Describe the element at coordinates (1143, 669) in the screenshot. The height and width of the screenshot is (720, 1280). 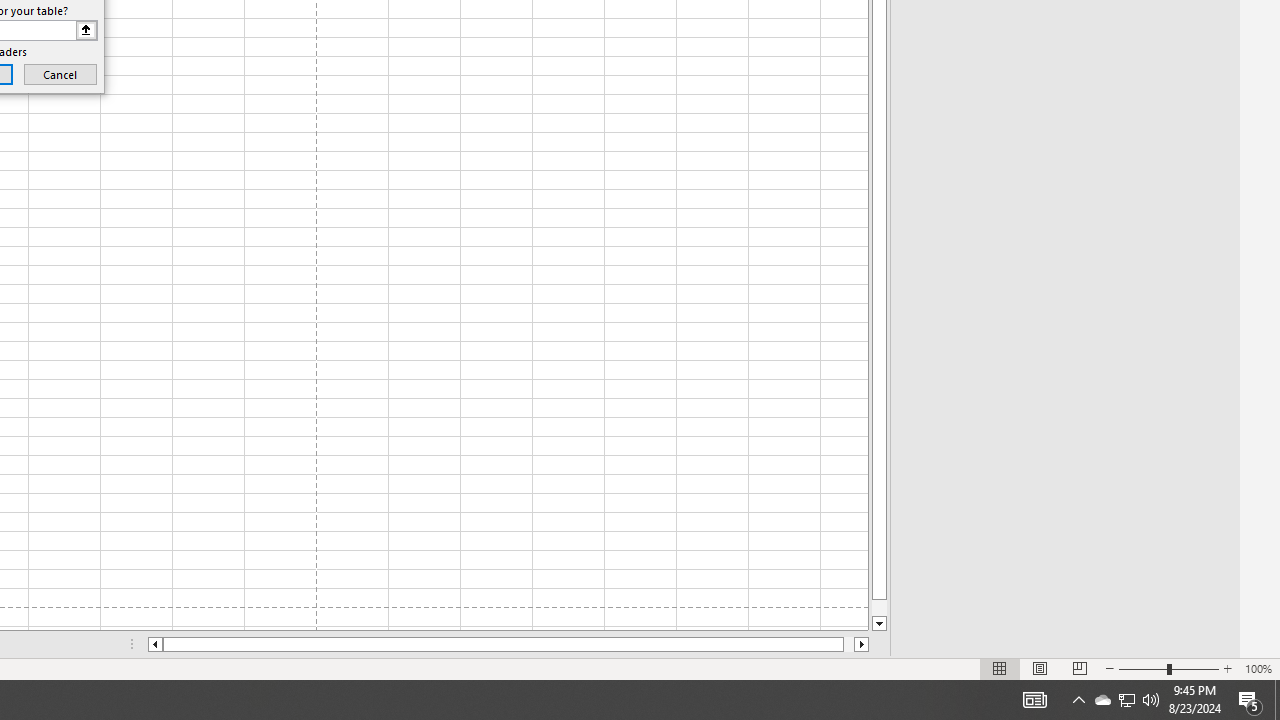
I see `'Zoom Out'` at that location.